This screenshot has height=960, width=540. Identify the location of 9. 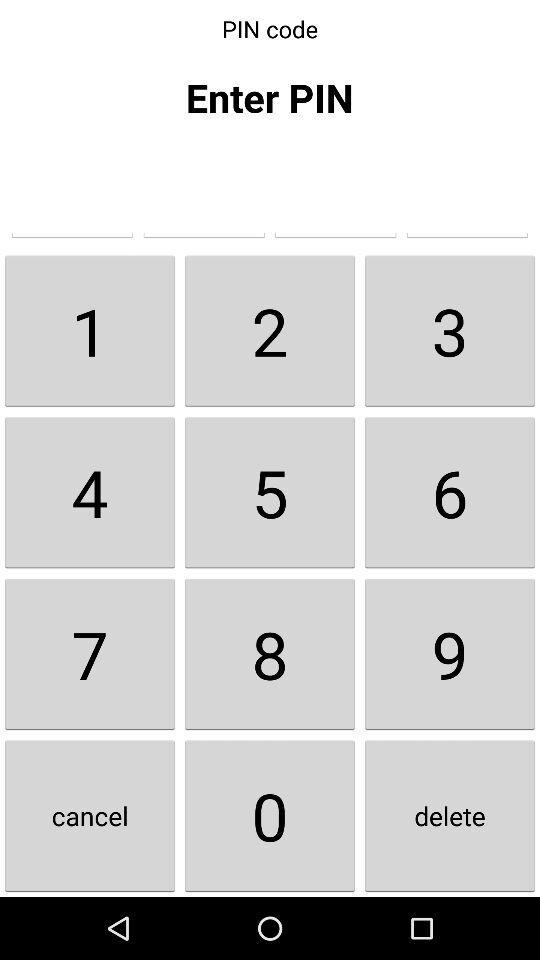
(449, 653).